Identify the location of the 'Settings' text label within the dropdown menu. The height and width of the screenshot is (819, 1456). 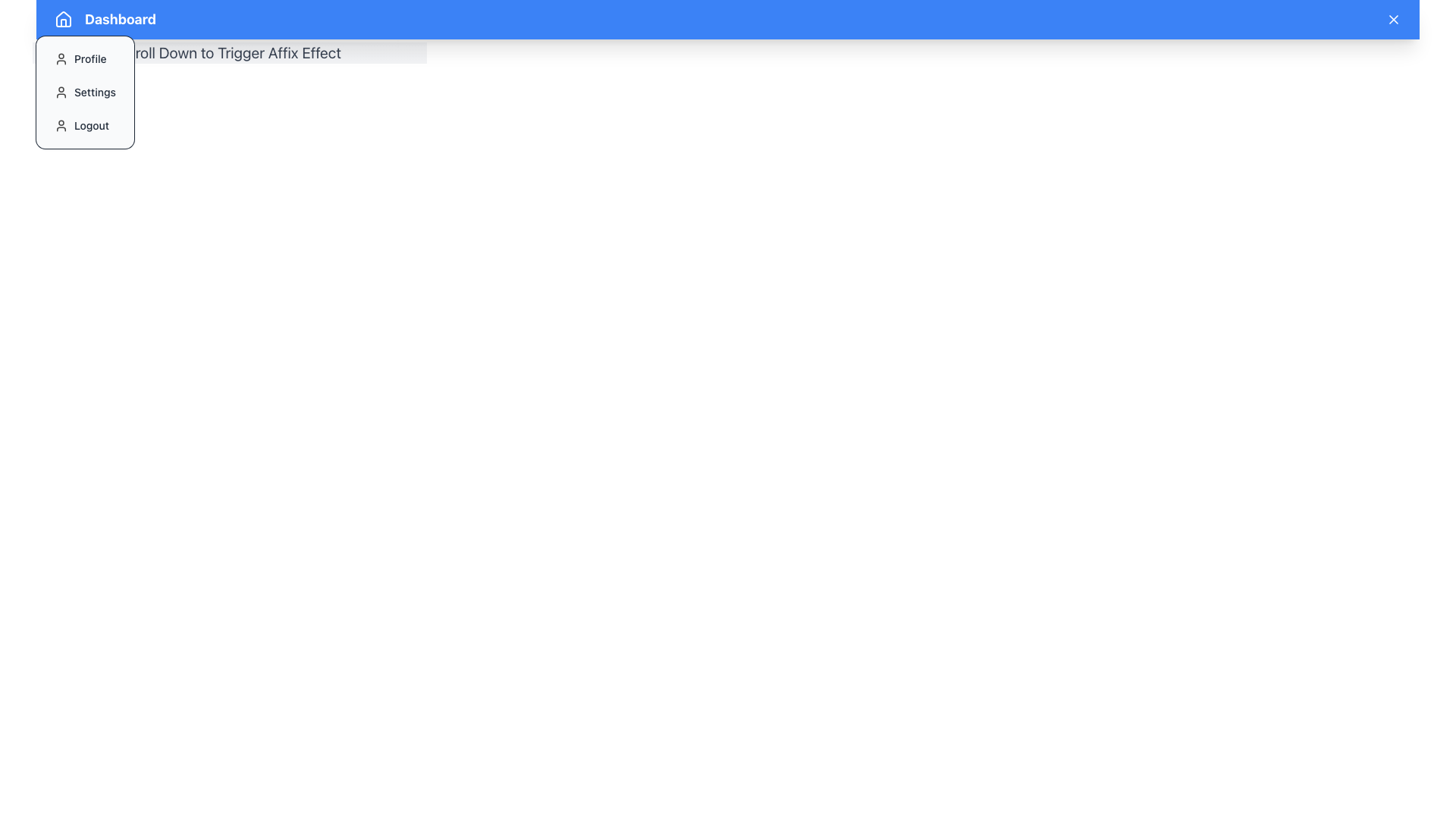
(94, 93).